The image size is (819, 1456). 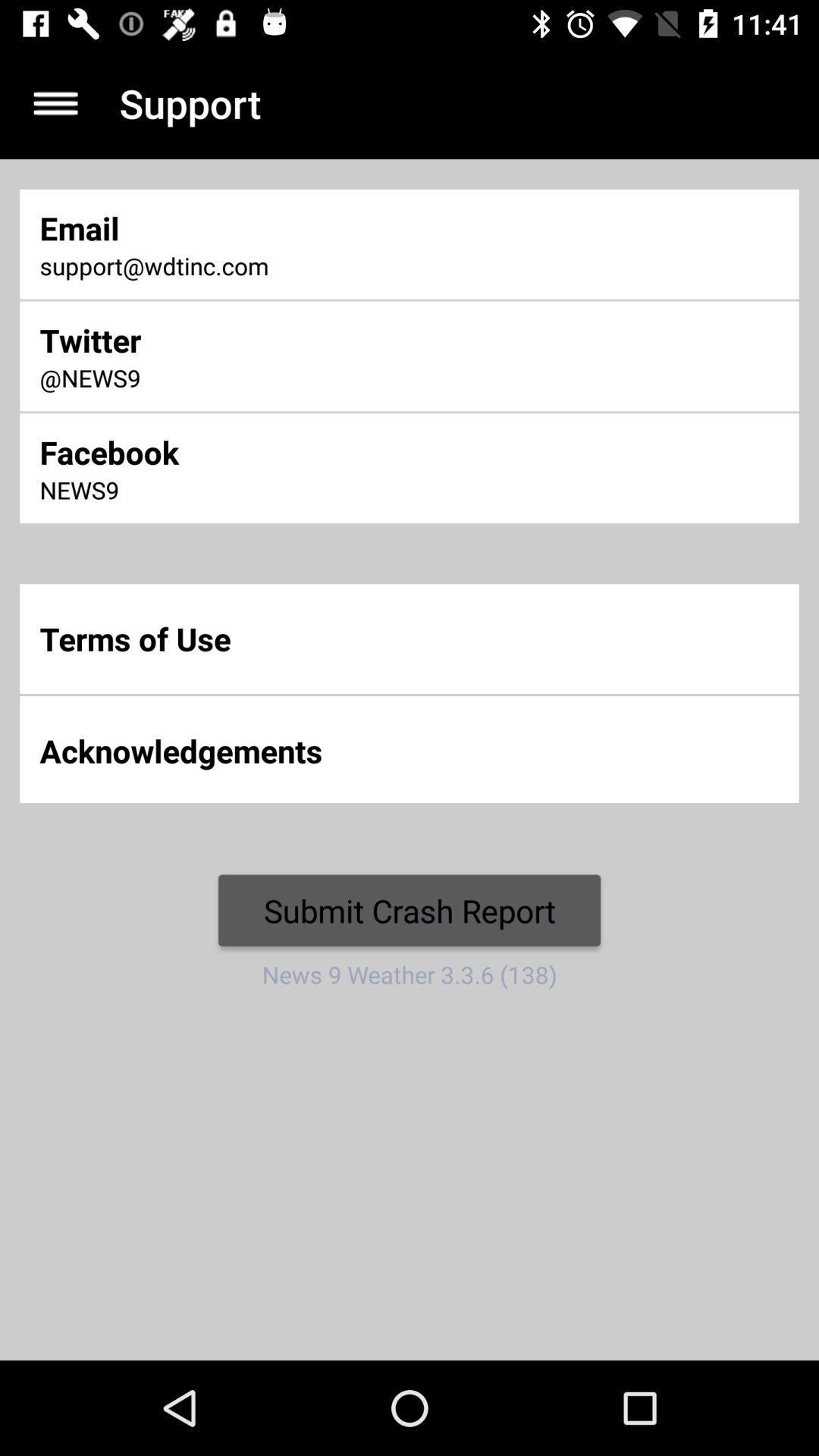 I want to click on the item to the left of support, so click(x=55, y=102).